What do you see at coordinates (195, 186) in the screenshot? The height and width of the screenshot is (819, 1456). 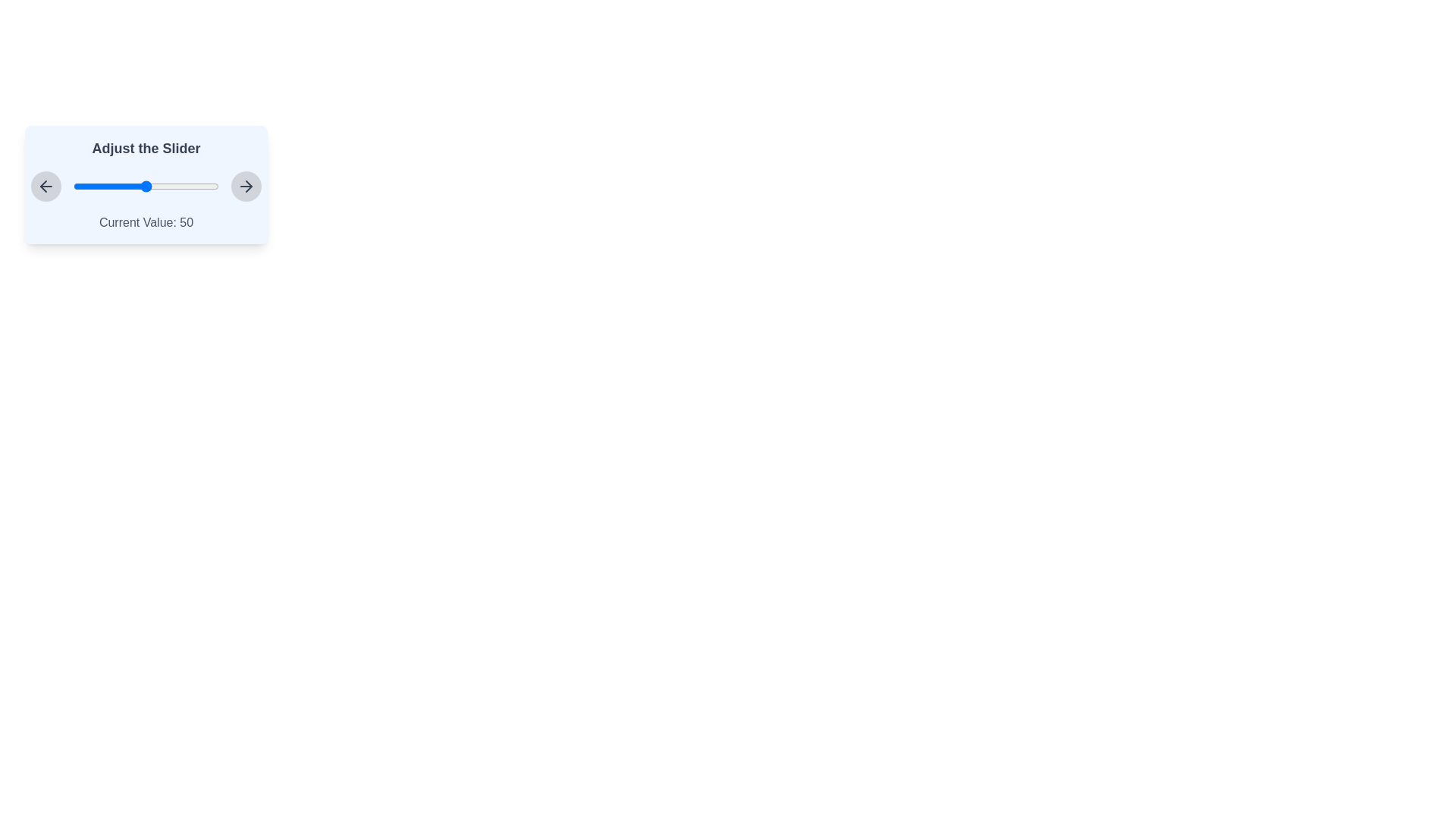 I see `the slider` at bounding box center [195, 186].